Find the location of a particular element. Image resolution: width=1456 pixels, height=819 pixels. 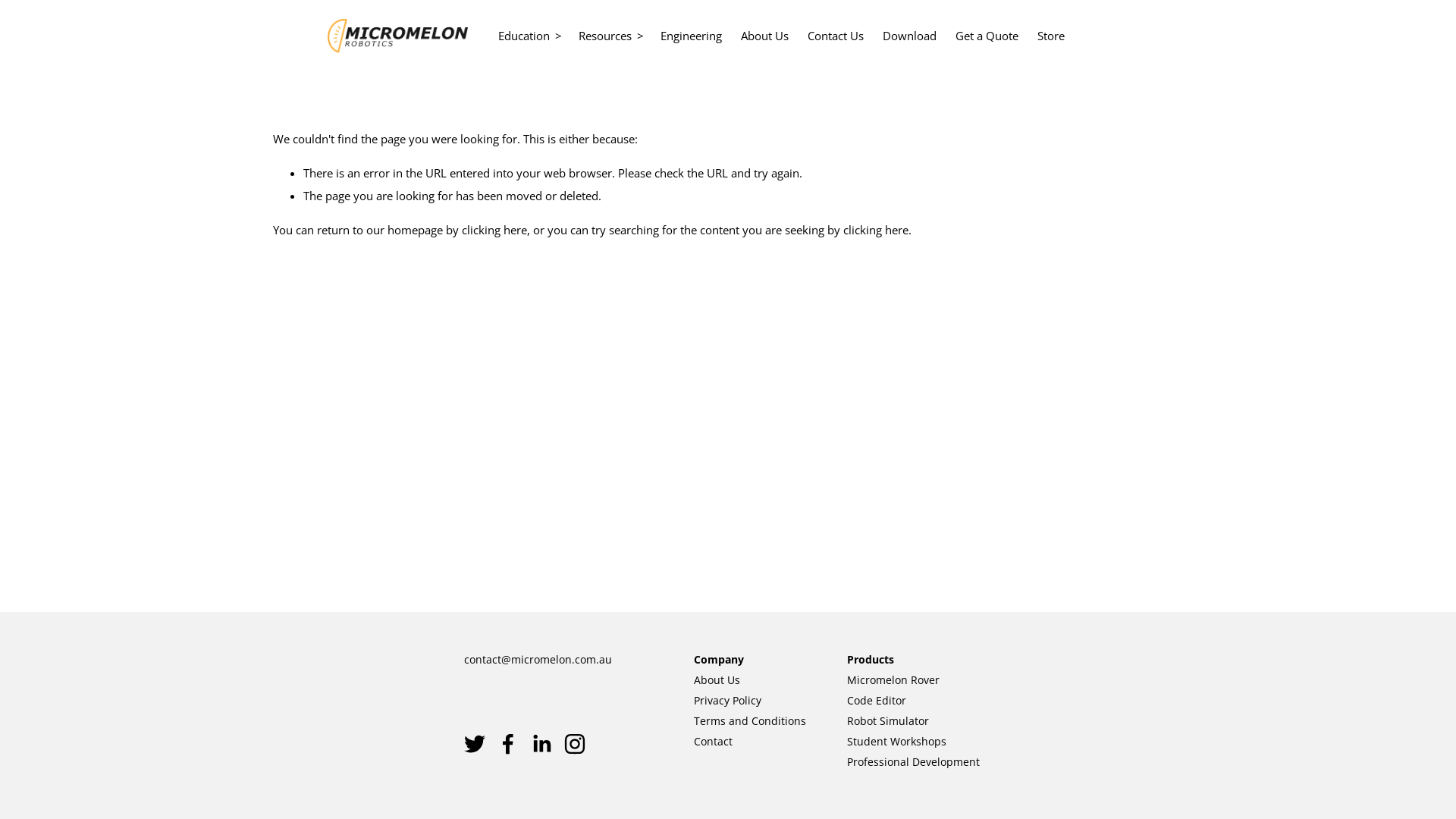

'Student Workshops' is located at coordinates (896, 741).